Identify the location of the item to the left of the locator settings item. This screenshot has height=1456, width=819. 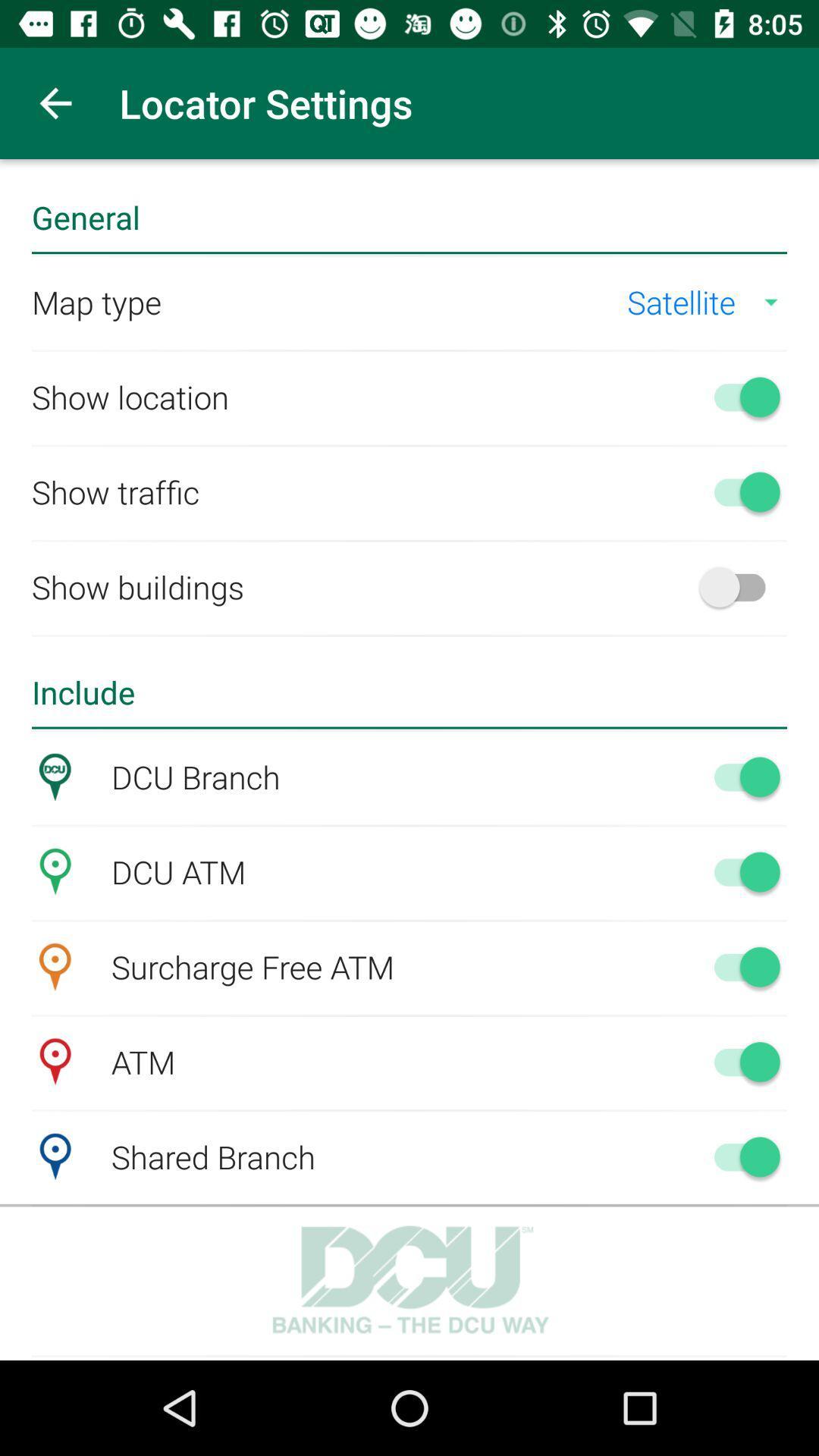
(55, 102).